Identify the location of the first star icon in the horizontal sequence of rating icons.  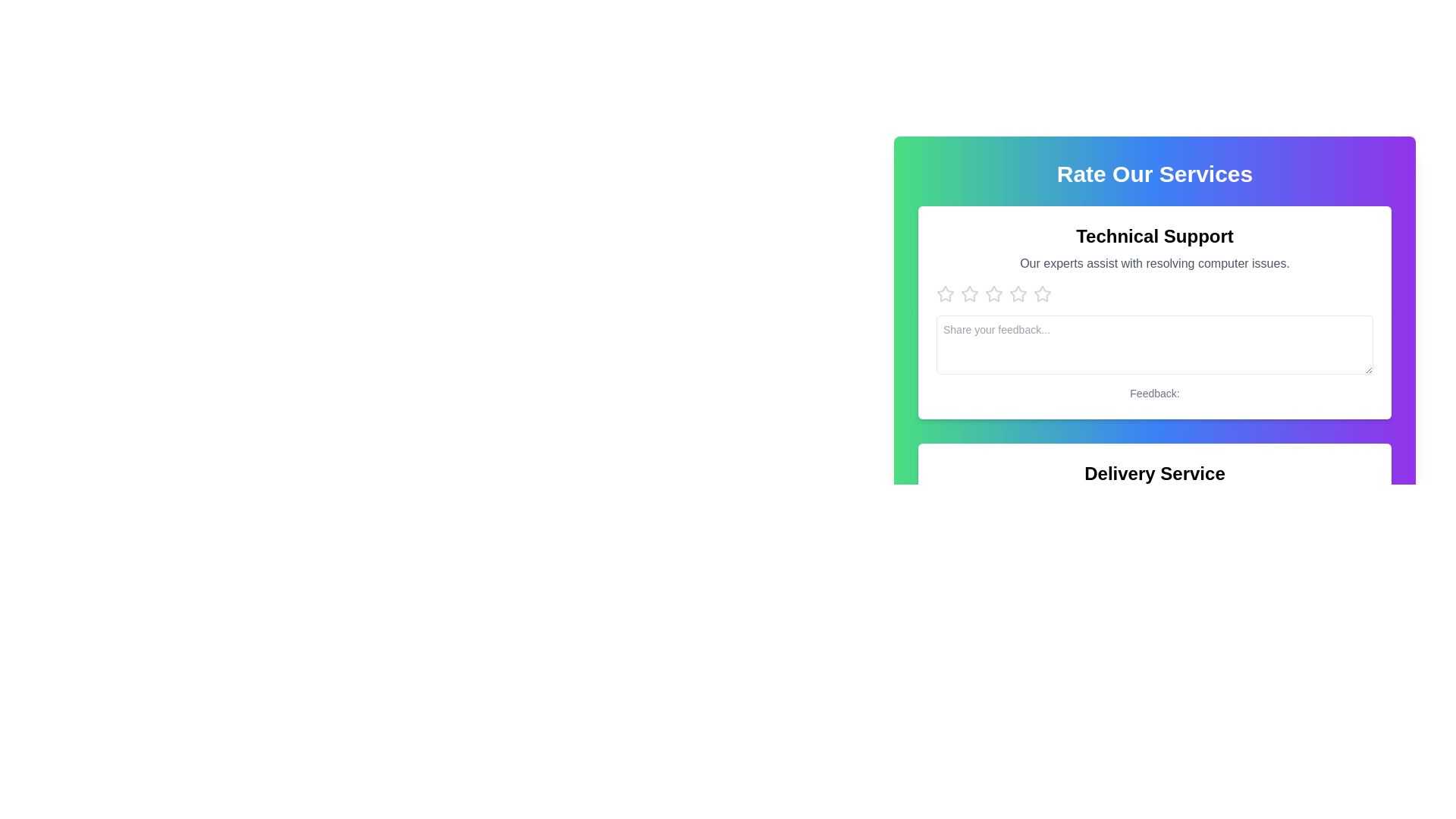
(945, 294).